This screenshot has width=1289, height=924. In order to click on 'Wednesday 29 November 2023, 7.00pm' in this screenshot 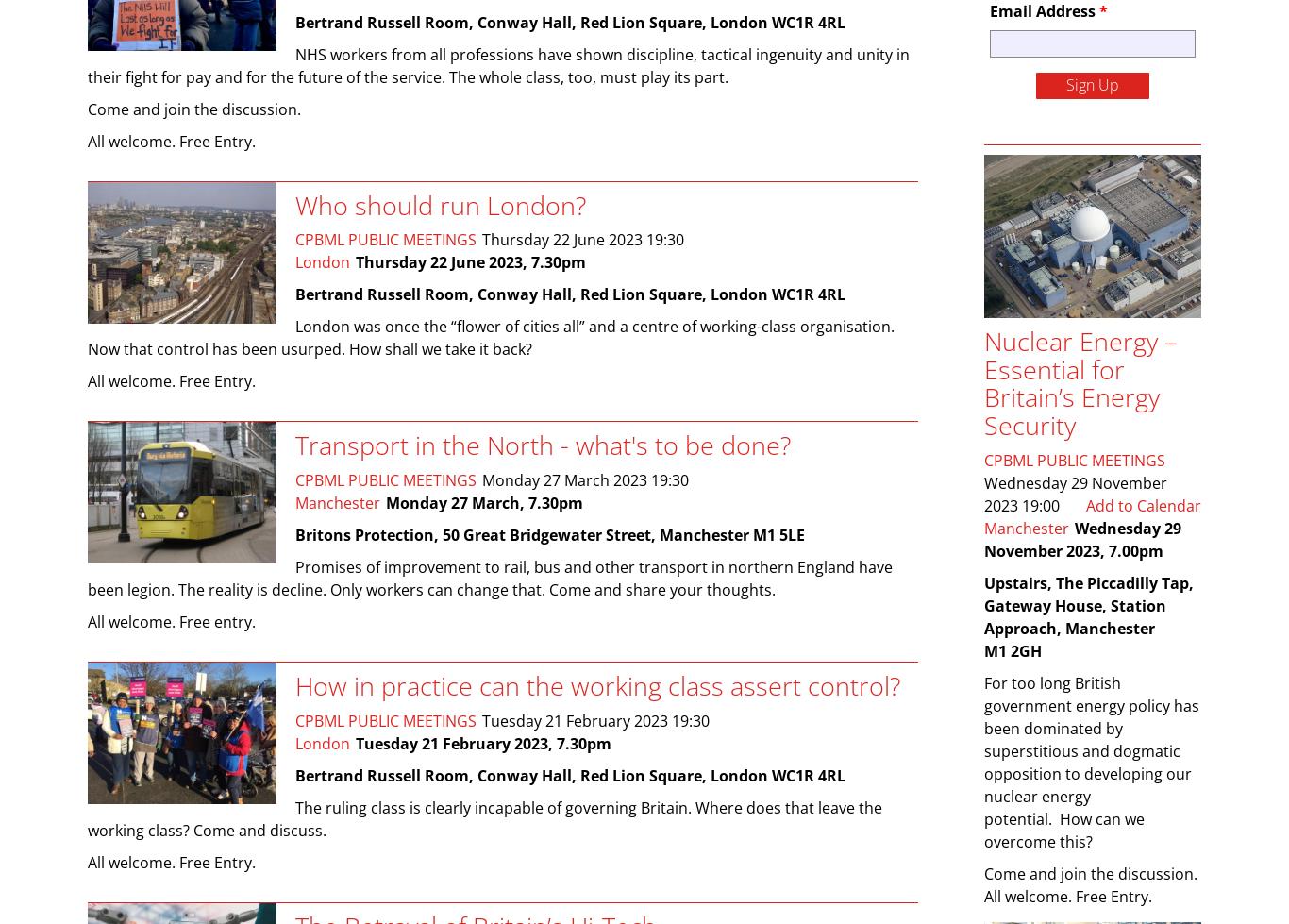, I will do `click(982, 537)`.